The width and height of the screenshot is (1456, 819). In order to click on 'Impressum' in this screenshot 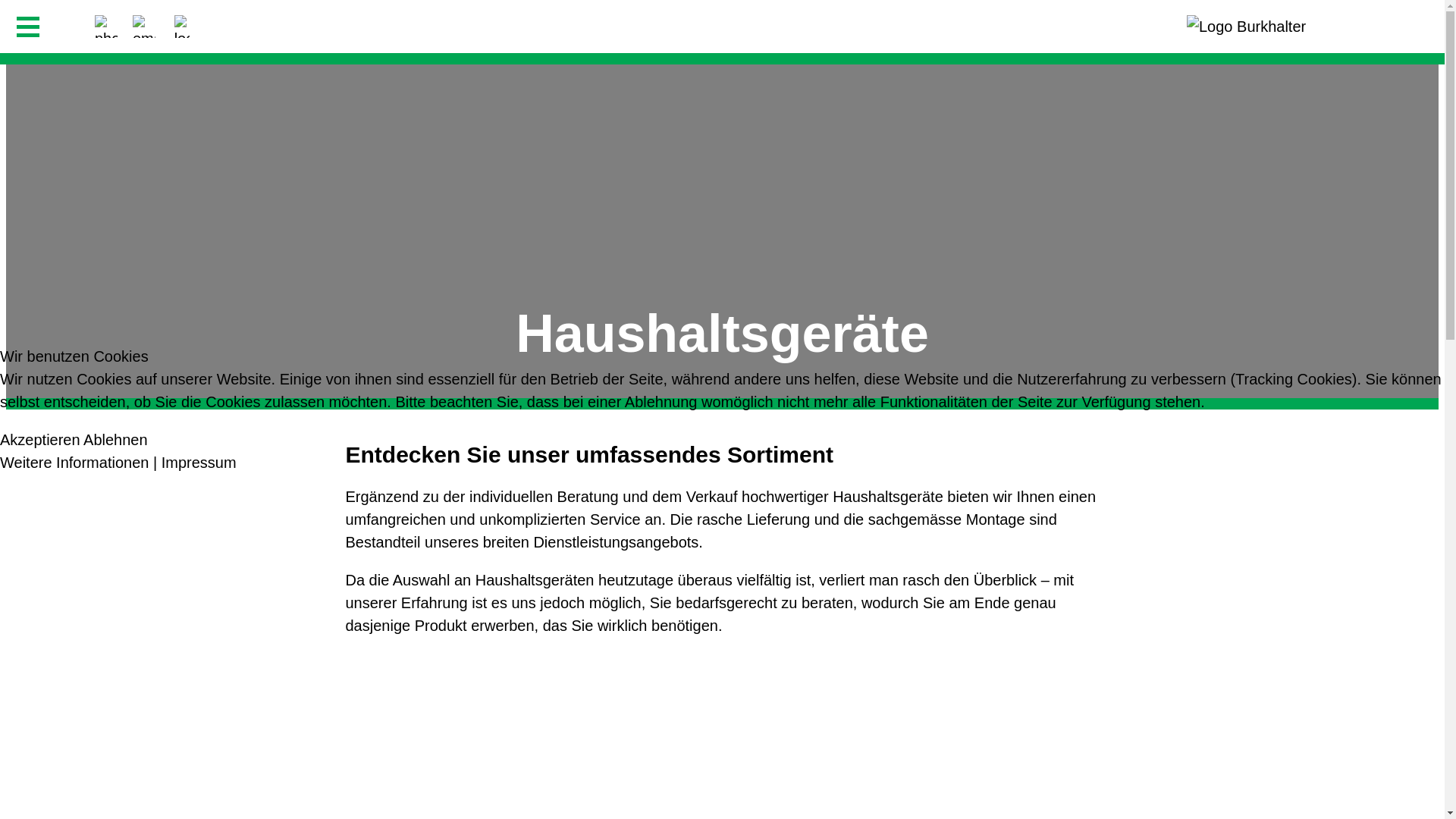, I will do `click(161, 461)`.